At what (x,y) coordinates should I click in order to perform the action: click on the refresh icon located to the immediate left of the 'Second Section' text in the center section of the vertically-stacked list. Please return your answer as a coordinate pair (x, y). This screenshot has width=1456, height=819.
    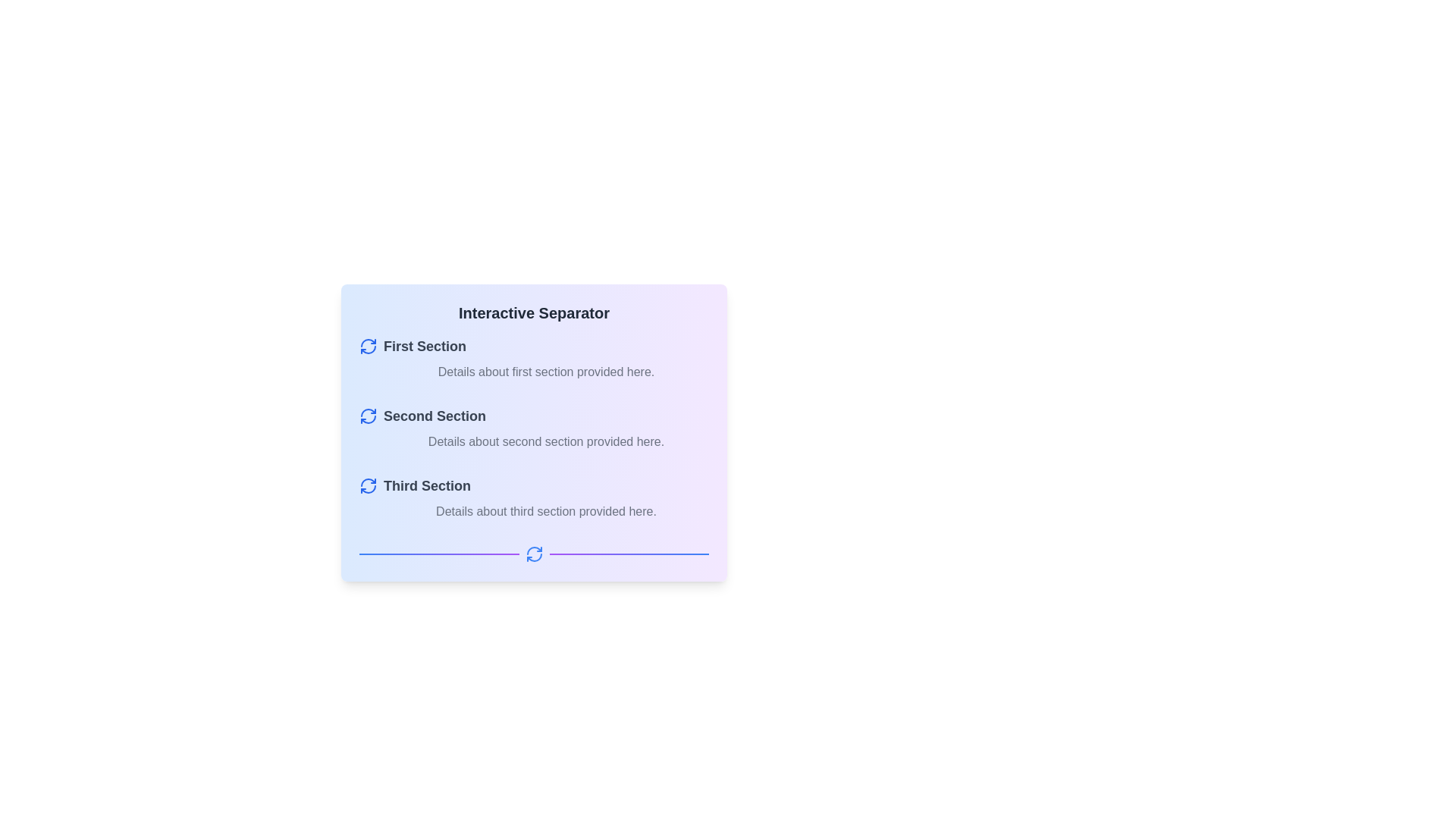
    Looking at the image, I should click on (368, 416).